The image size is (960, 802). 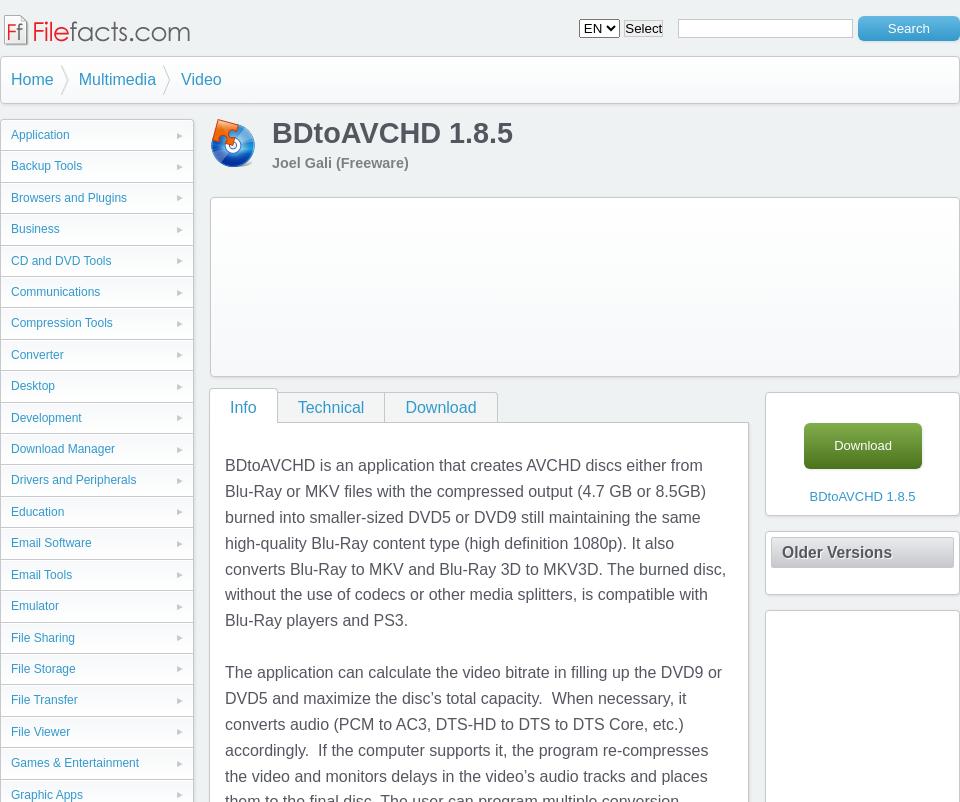 What do you see at coordinates (225, 542) in the screenshot?
I see `'BDtoAVCHD is an application that creates AVCHD discs either from Blu-Ray or MKV files with the compressed output (4.7 GB or 8.5GB) burned into smaller-sized DVD5 or DVD9 still maintaining the same high-quality Blu-Ray content type (high definition 1080p). It also converts Blu-Ray to MKV and Blu-Ray 3D to MKV3D. The burned disc, without the use of codecs or other media splitters, is compatible with Blu-Ray players and PS3.'` at bounding box center [225, 542].